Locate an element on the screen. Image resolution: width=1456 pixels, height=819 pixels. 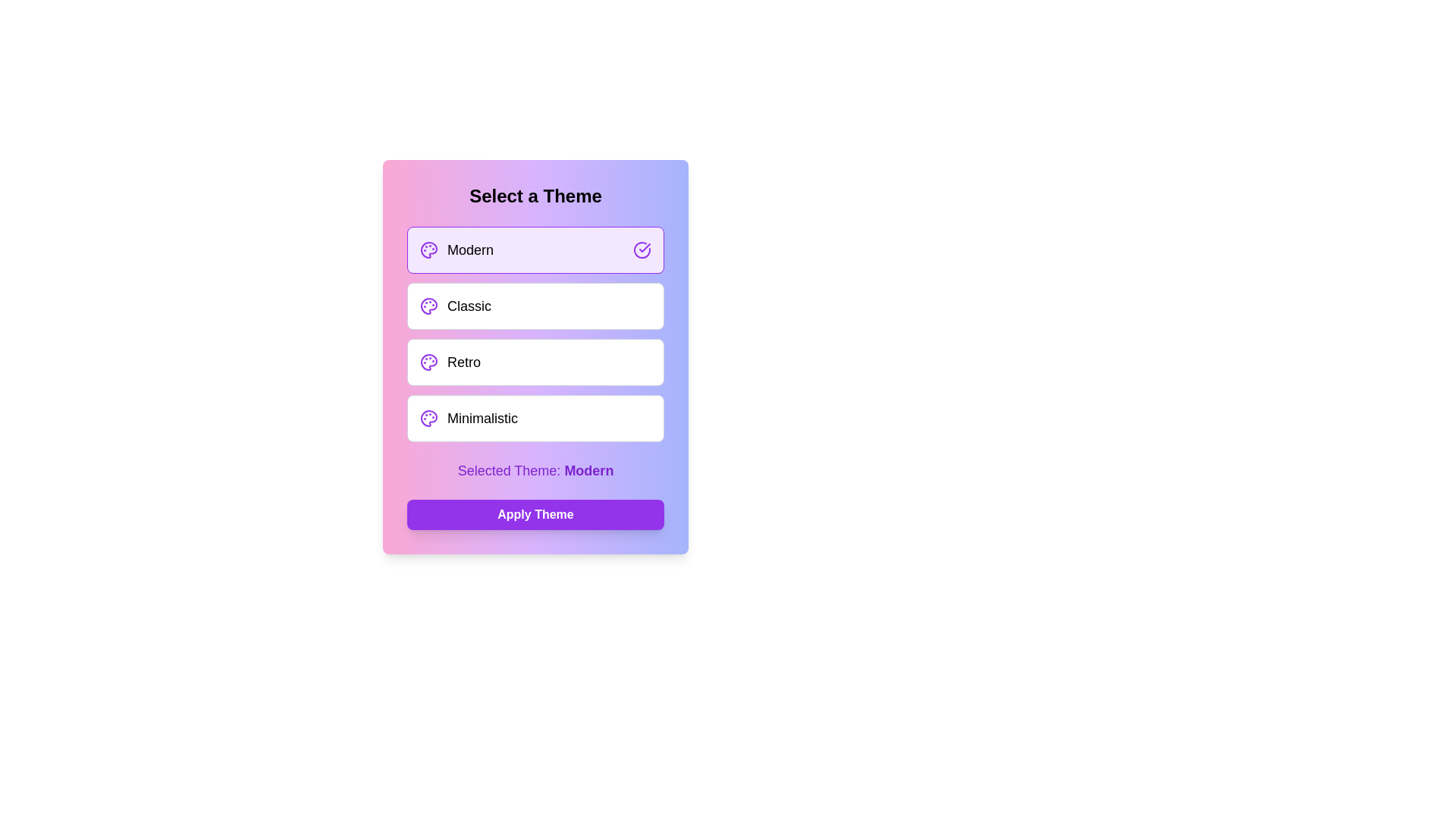
the text element displaying 'Modern' in bold purple font, located under the label 'Selected Theme:' is located at coordinates (588, 470).